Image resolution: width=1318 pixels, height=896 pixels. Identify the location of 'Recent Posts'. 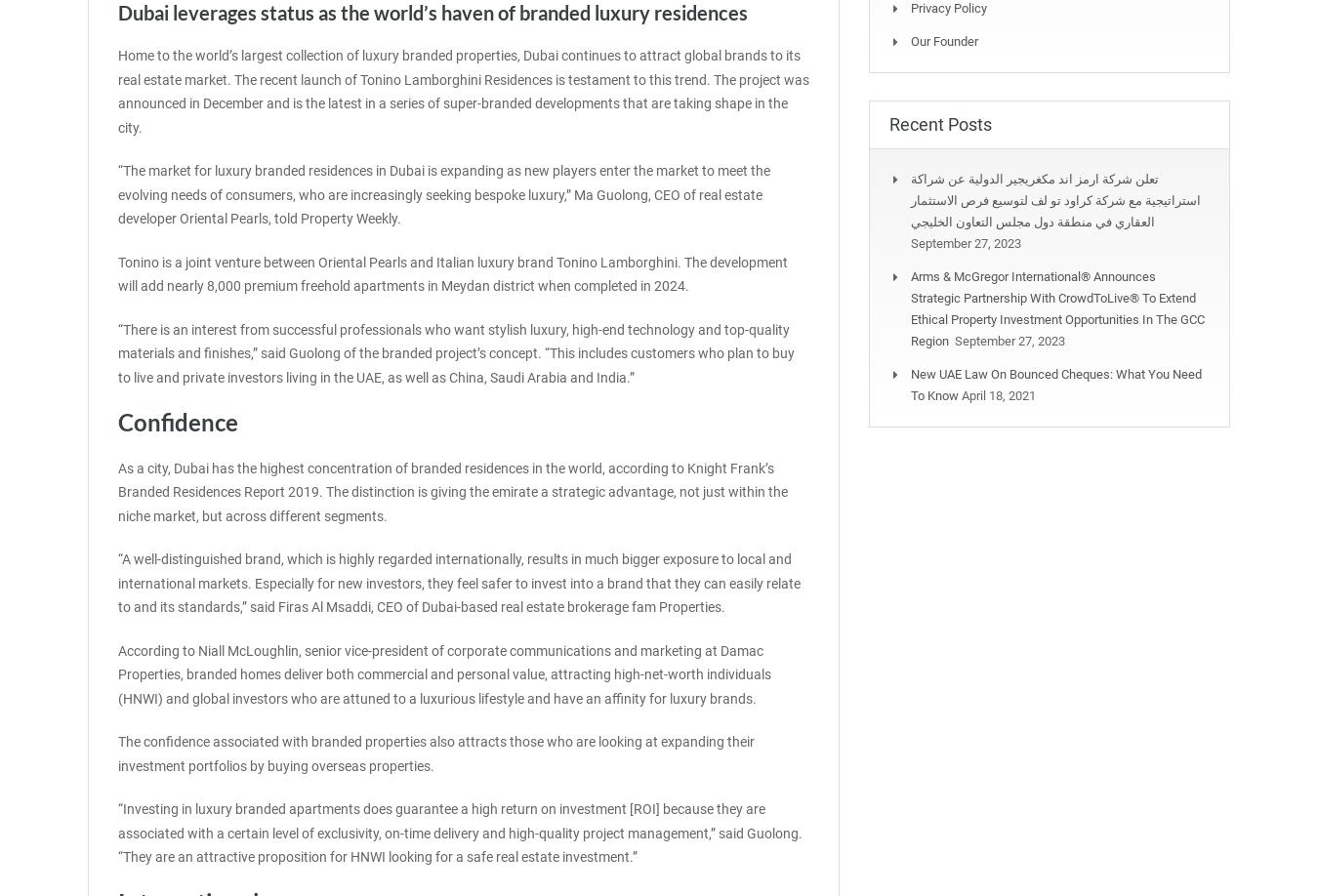
(939, 123).